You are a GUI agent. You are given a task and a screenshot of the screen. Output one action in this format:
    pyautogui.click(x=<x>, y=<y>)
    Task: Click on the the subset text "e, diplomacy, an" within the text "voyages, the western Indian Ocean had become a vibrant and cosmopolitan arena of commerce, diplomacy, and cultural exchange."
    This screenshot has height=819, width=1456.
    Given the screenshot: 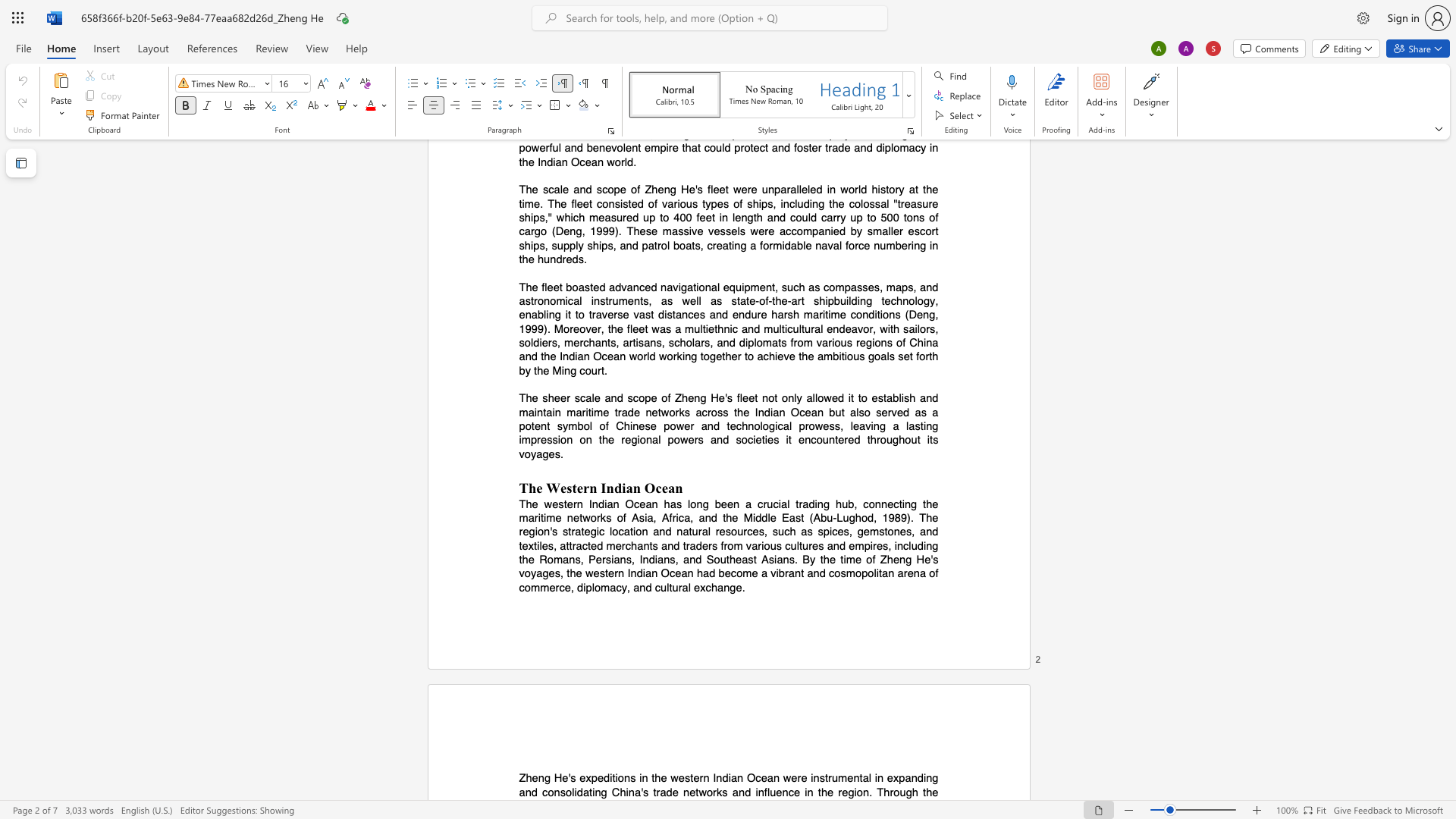 What is the action you would take?
    pyautogui.click(x=563, y=586)
    